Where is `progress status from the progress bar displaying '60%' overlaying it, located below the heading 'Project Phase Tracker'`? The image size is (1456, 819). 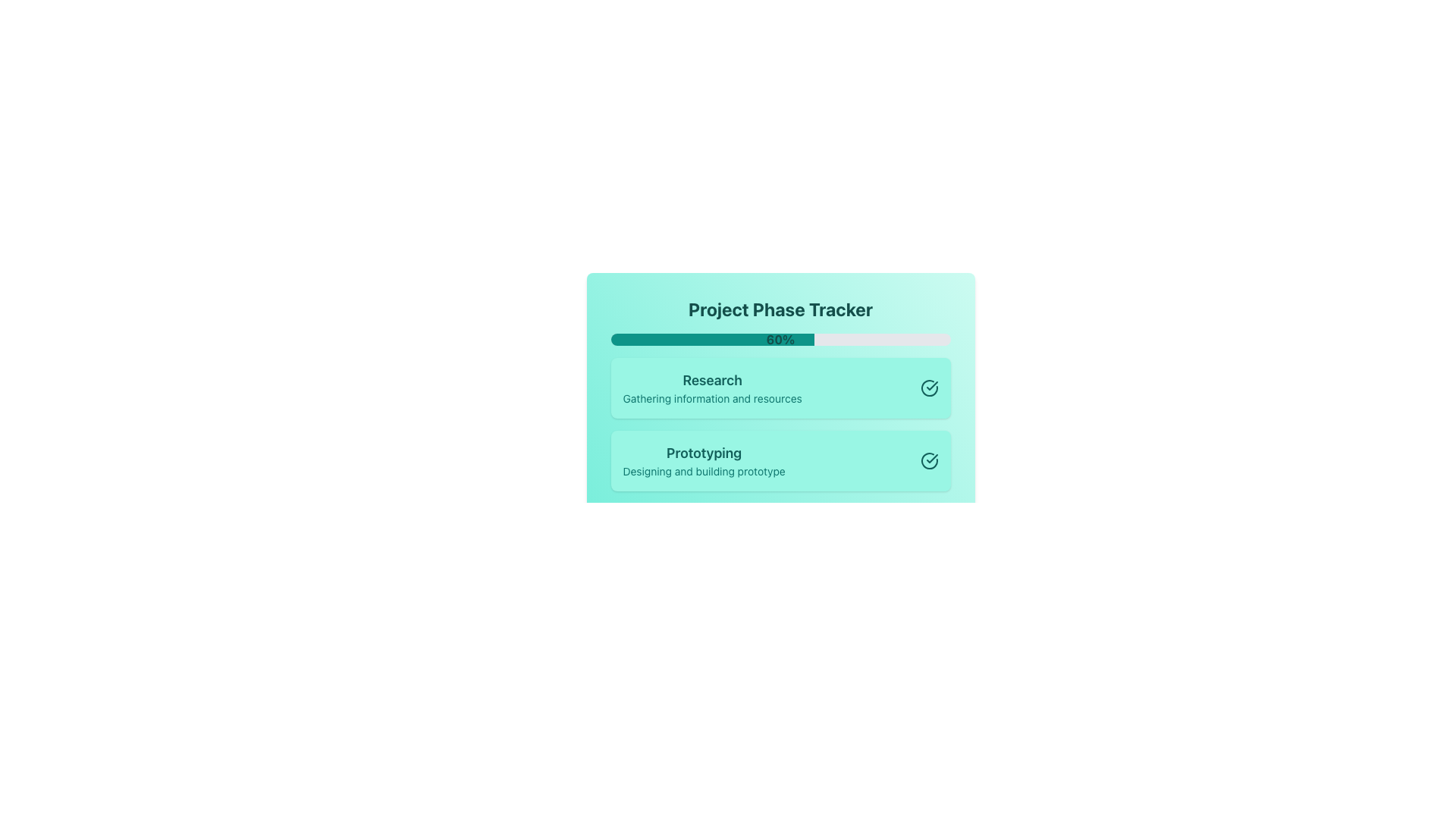 progress status from the progress bar displaying '60%' overlaying it, located below the heading 'Project Phase Tracker' is located at coordinates (780, 338).